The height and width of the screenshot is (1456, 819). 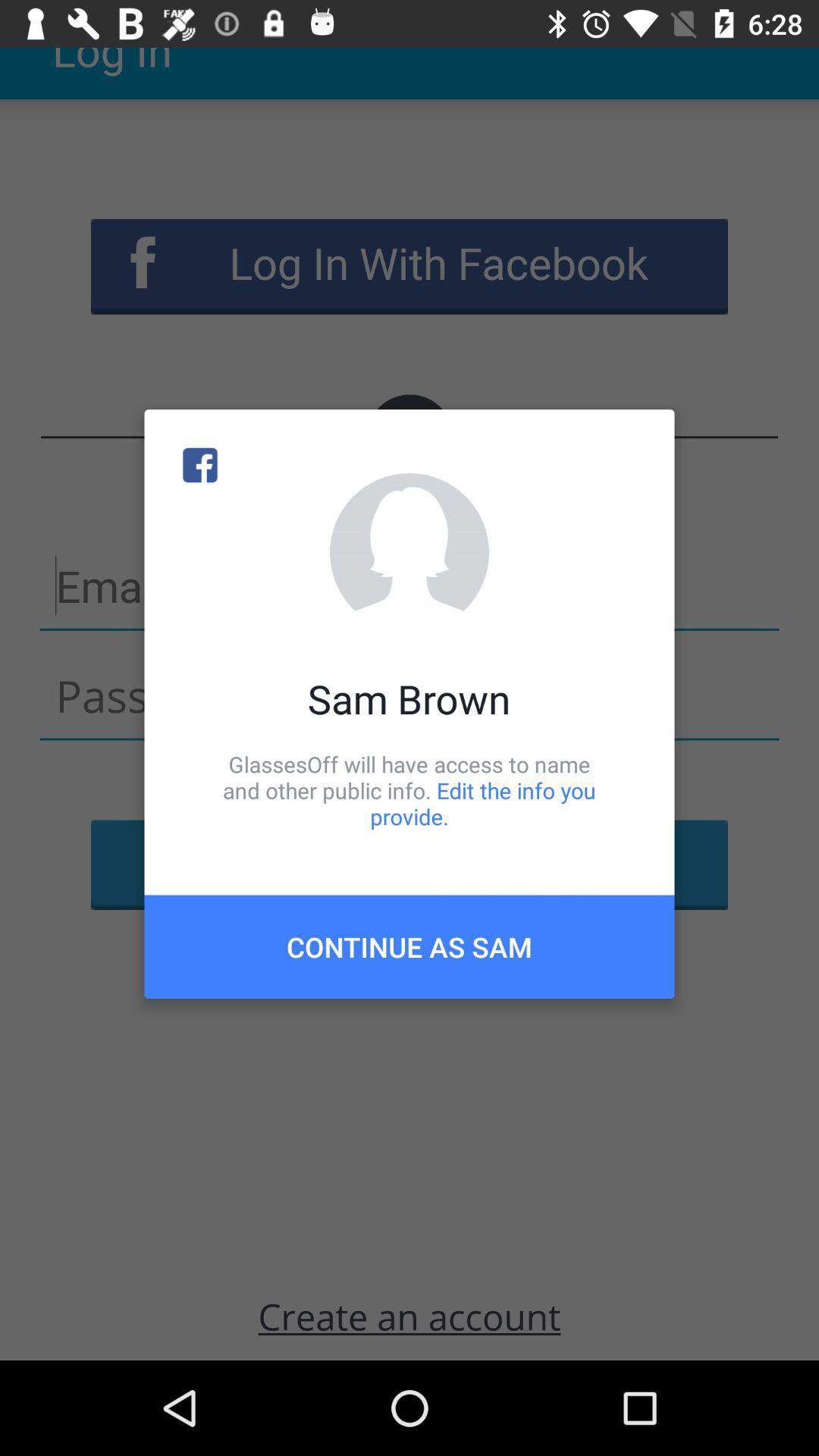 What do you see at coordinates (409, 946) in the screenshot?
I see `item below the glassesoff will have item` at bounding box center [409, 946].